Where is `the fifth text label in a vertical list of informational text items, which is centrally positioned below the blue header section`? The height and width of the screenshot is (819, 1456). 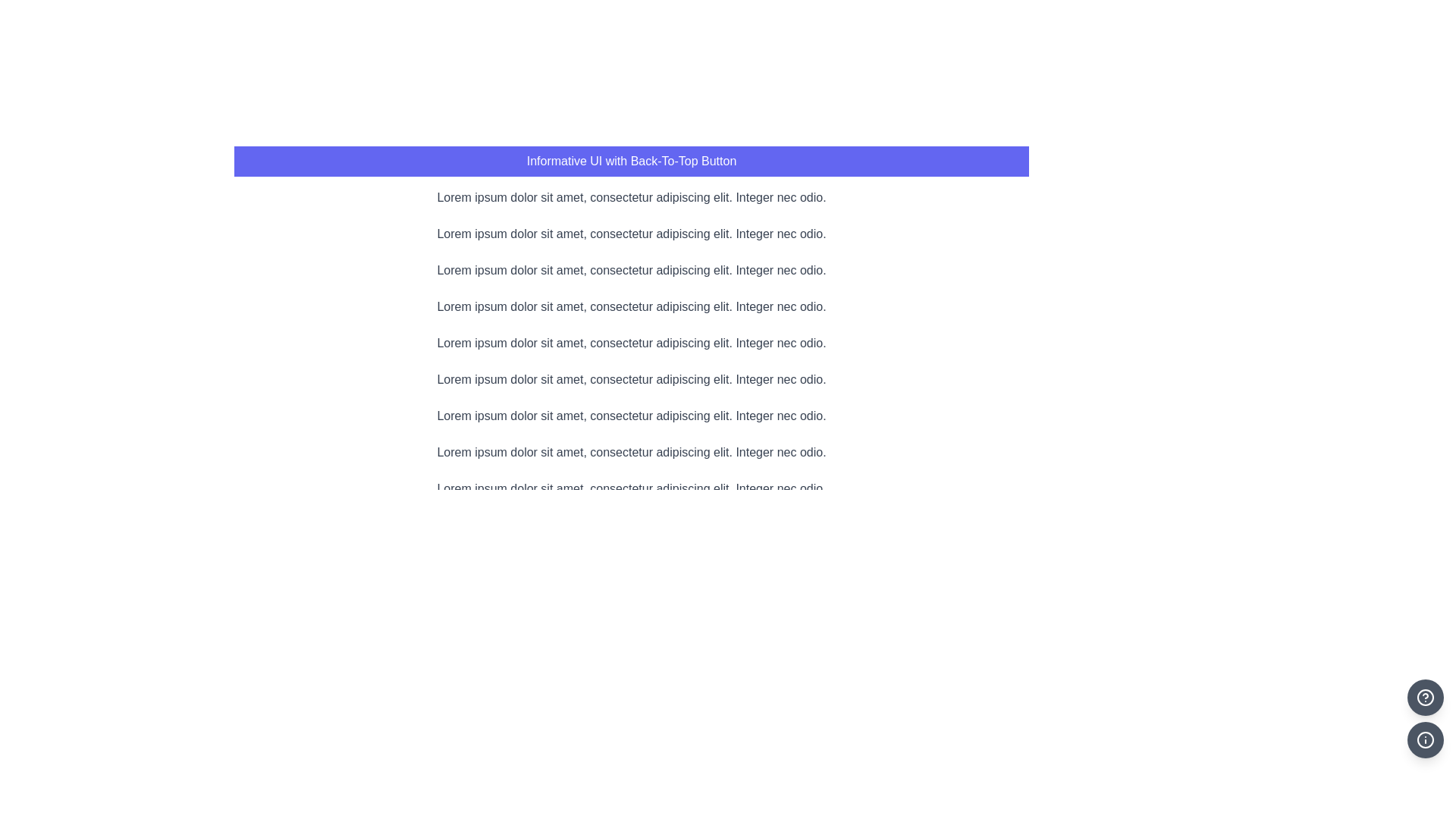
the fifth text label in a vertical list of informational text items, which is centrally positioned below the blue header section is located at coordinates (632, 343).